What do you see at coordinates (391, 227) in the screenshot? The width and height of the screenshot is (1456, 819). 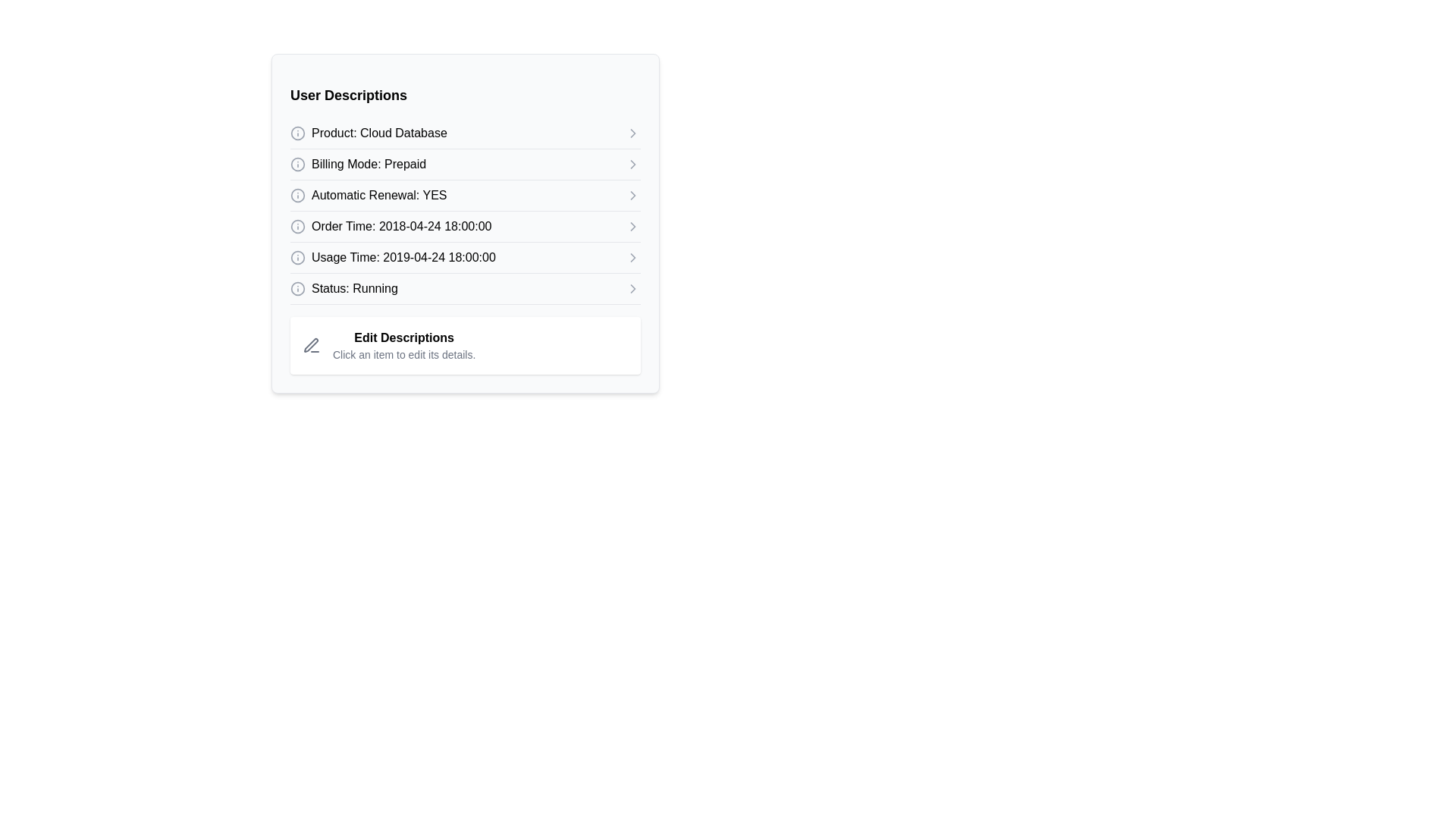 I see `the text label displaying 'Order Time: 2018-04-24 18:00:00' with an accompanying icon, located in the 'User Descriptions' panel` at bounding box center [391, 227].